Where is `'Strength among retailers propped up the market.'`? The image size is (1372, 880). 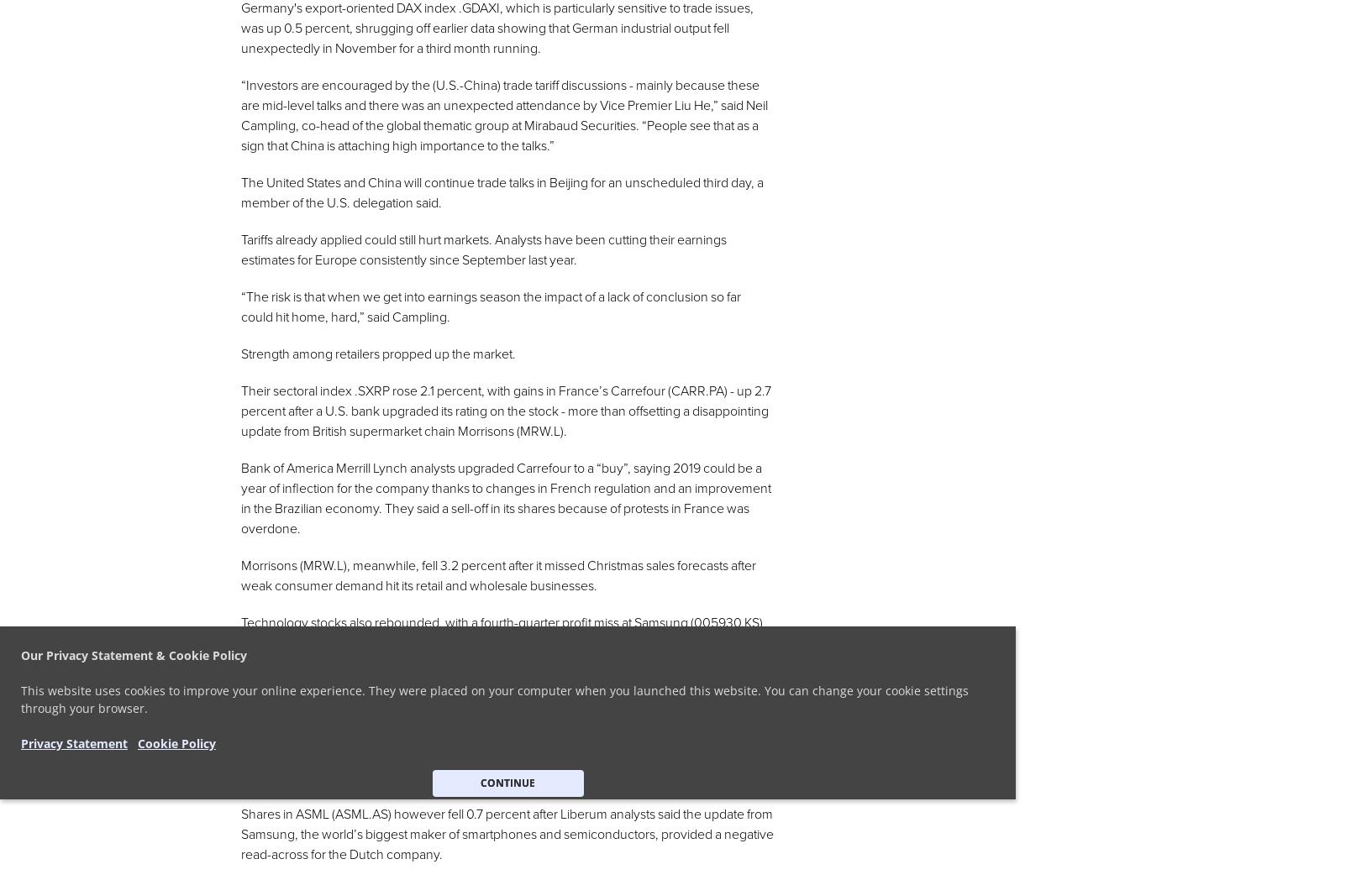
'Strength among retailers propped up the market.' is located at coordinates (377, 354).